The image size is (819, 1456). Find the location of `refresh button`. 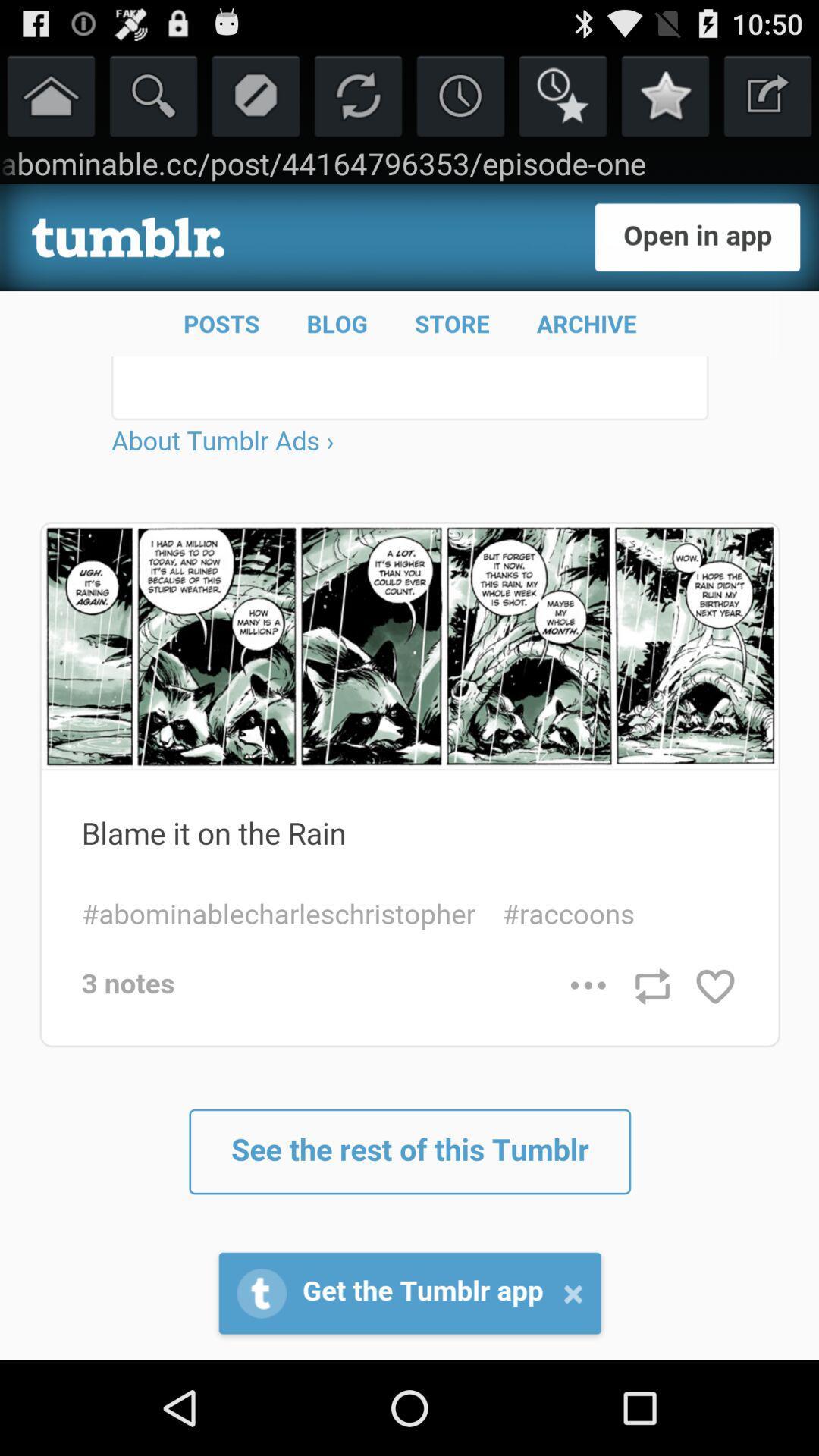

refresh button is located at coordinates (358, 94).